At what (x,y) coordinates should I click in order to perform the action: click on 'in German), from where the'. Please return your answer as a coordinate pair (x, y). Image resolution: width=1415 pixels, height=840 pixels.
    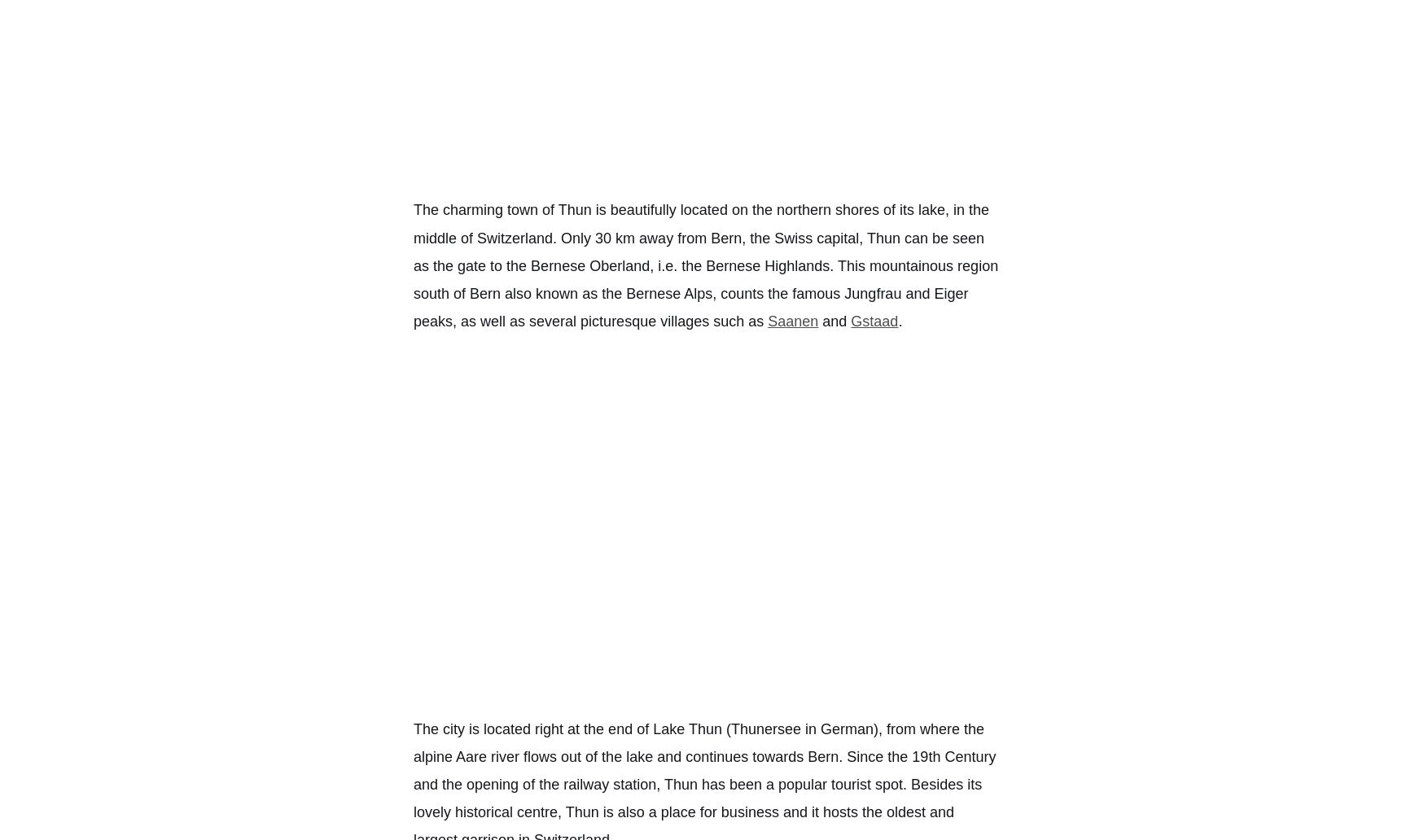
    Looking at the image, I should click on (891, 728).